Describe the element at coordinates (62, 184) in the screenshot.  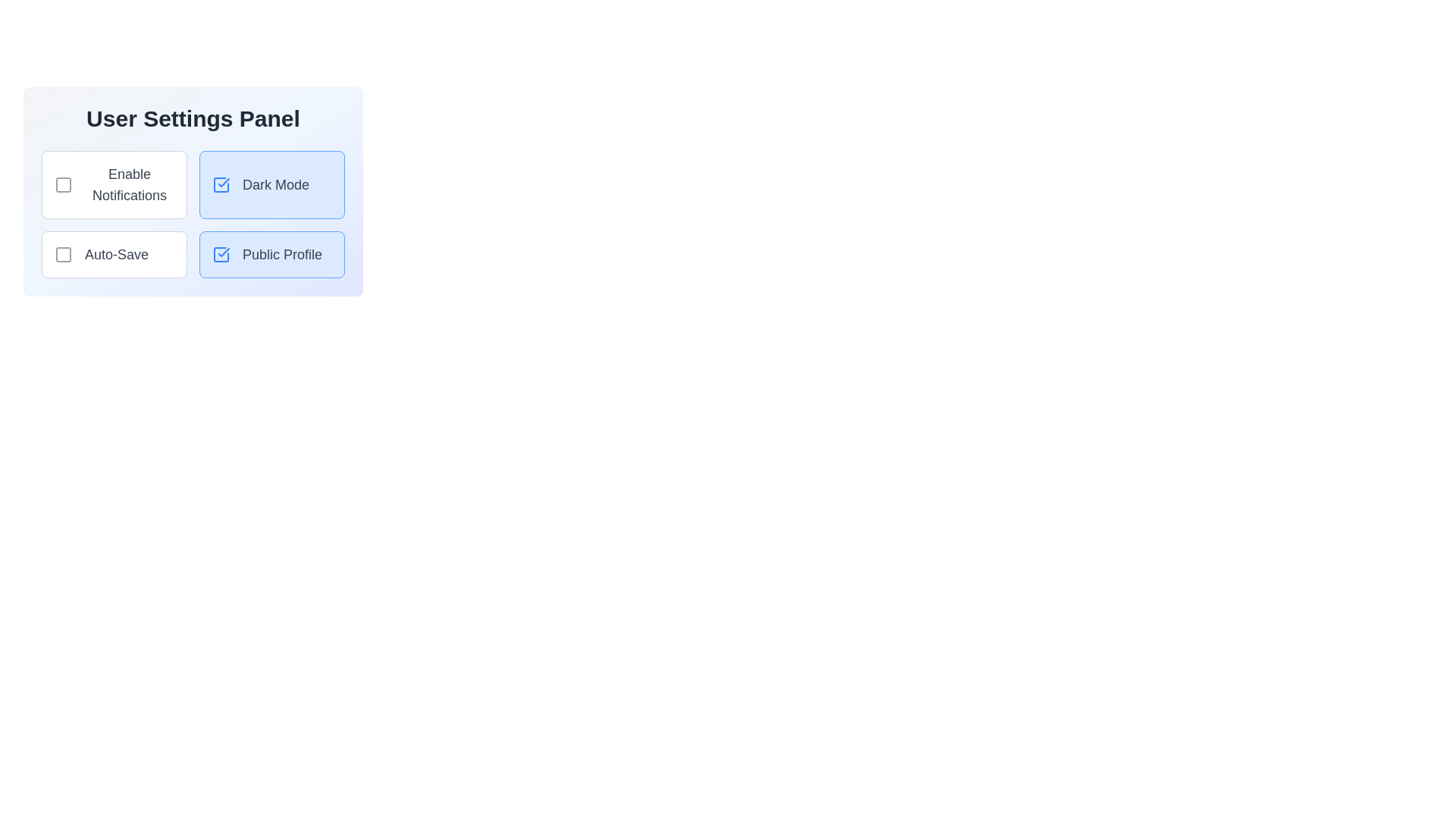
I see `the unselected checkbox icon within the 'Enable Notifications' section` at that location.